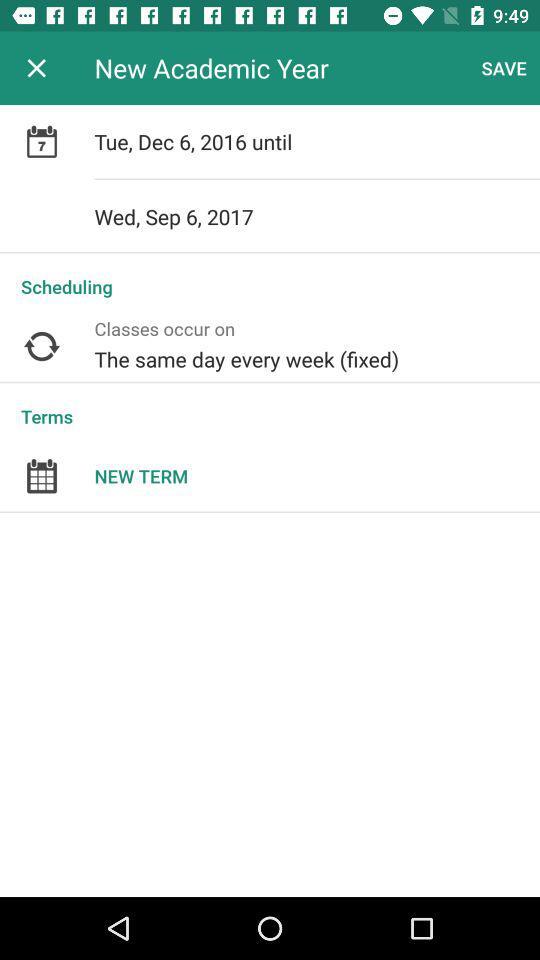 Image resolution: width=540 pixels, height=960 pixels. I want to click on item to the right of new academic year app, so click(503, 68).